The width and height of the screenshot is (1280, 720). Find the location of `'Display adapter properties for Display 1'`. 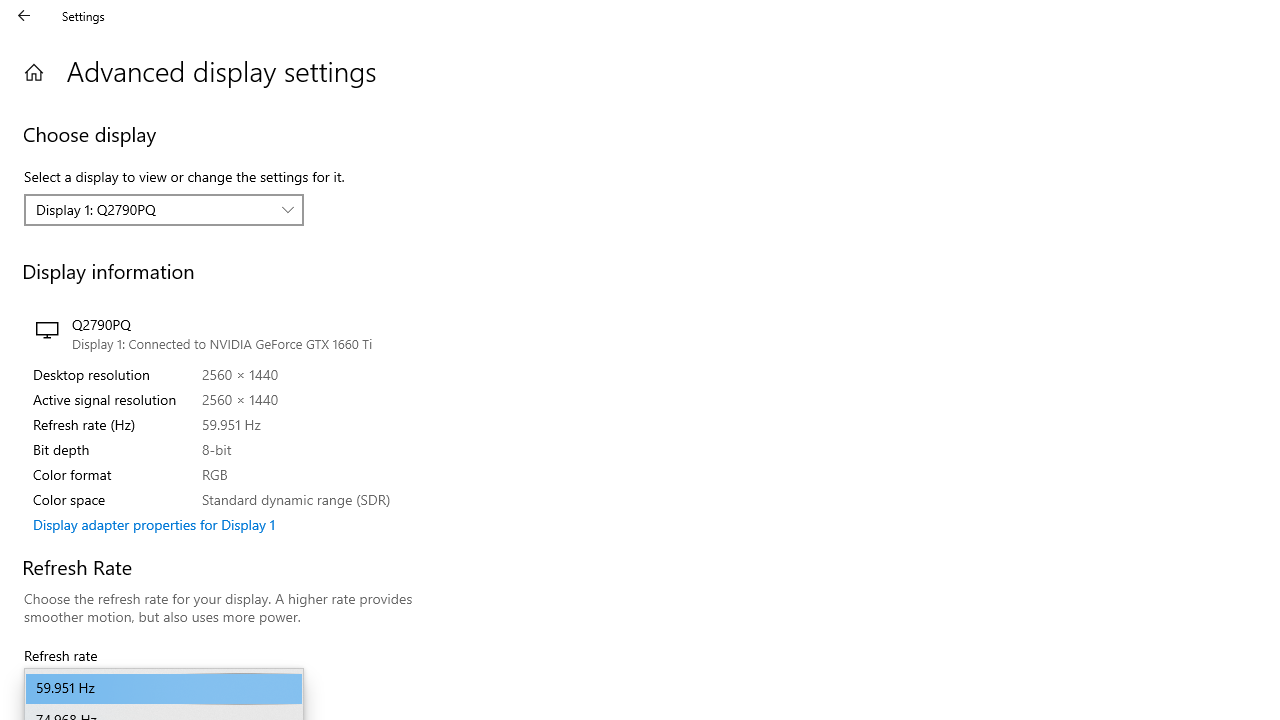

'Display adapter properties for Display 1' is located at coordinates (153, 523).